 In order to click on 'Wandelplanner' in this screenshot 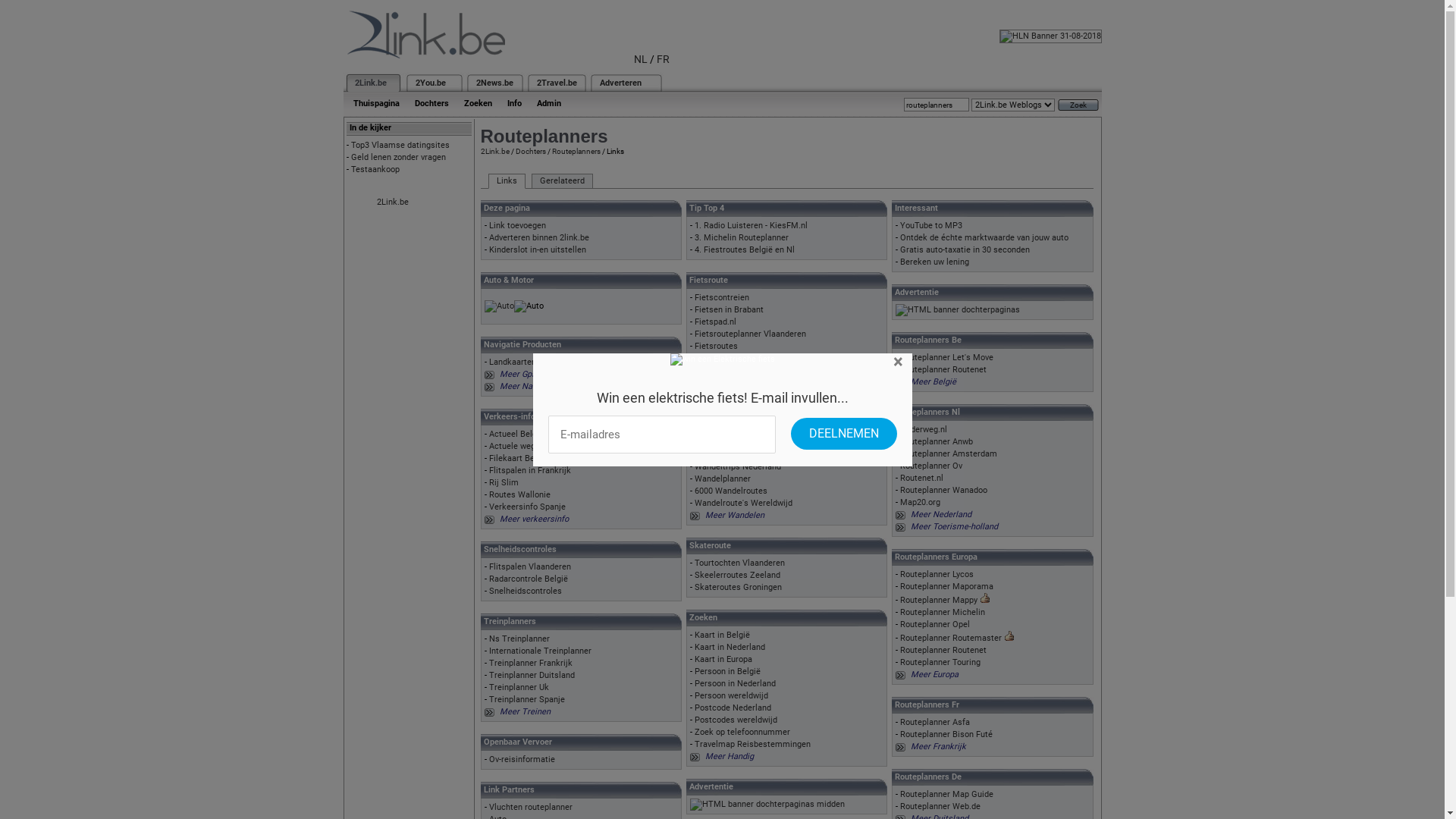, I will do `click(722, 479)`.